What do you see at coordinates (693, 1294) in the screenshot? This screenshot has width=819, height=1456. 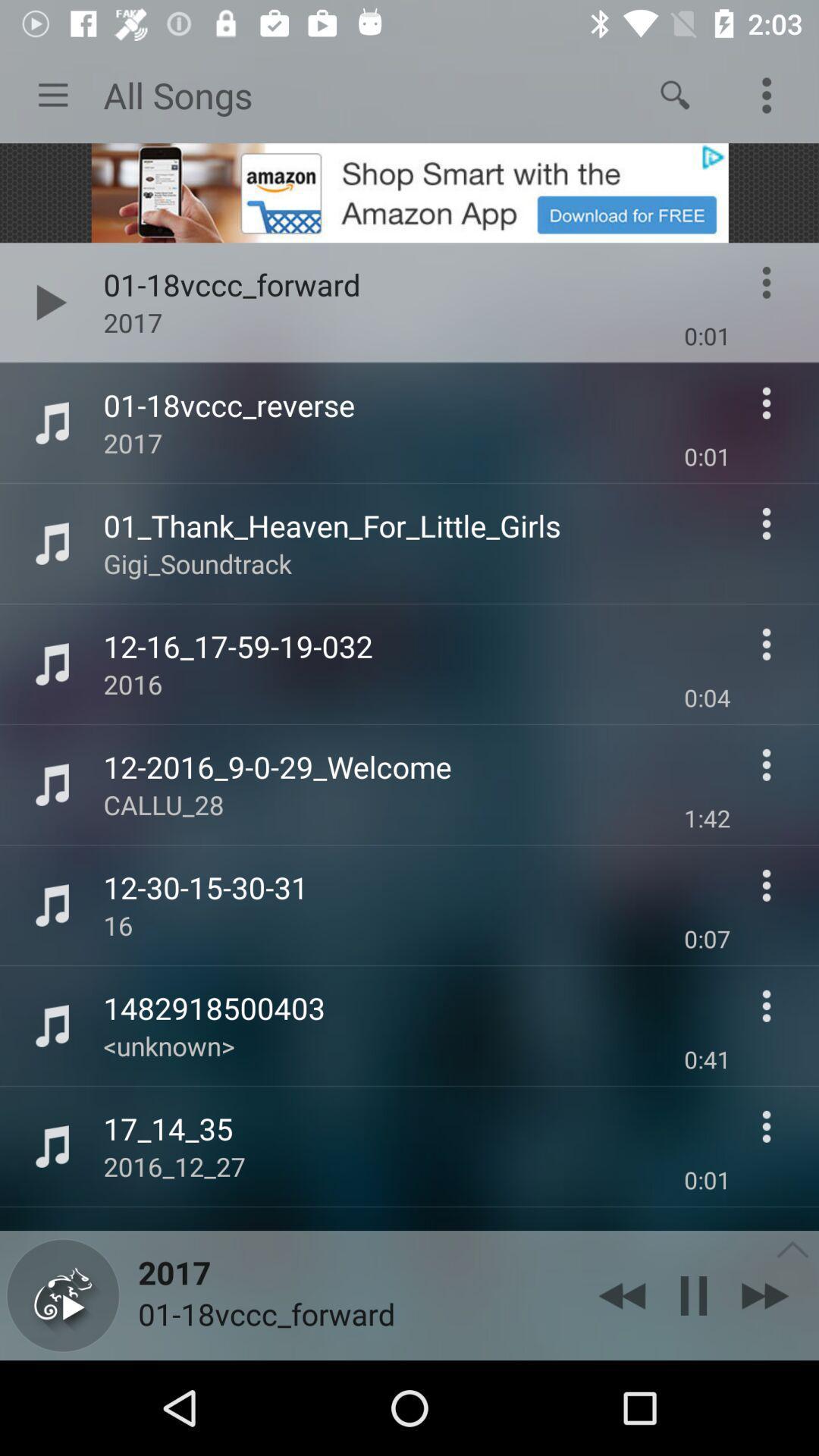 I see `the pause icon` at bounding box center [693, 1294].